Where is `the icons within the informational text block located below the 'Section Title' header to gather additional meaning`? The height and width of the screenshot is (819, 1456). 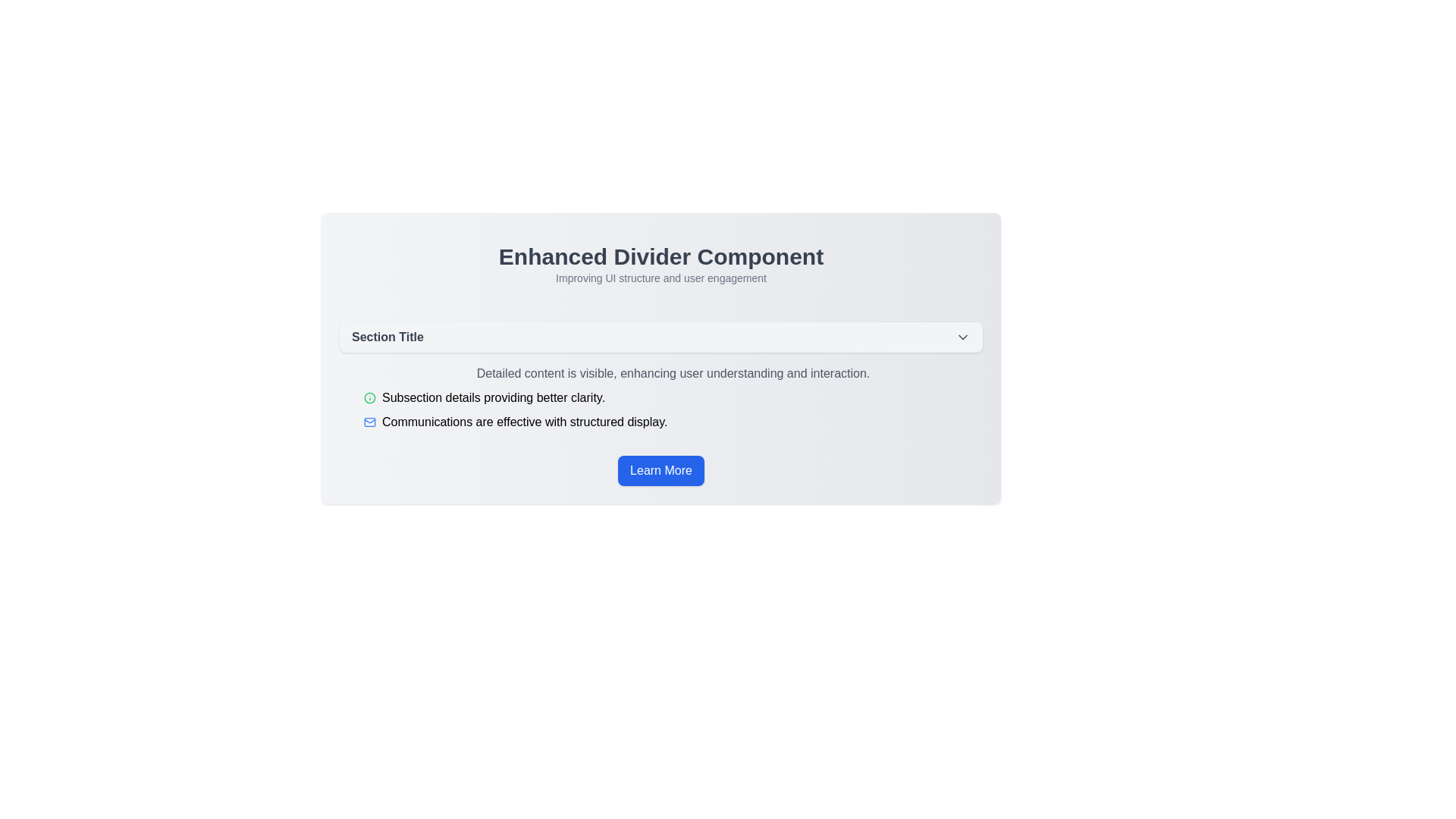 the icons within the informational text block located below the 'Section Title' header to gather additional meaning is located at coordinates (661, 397).